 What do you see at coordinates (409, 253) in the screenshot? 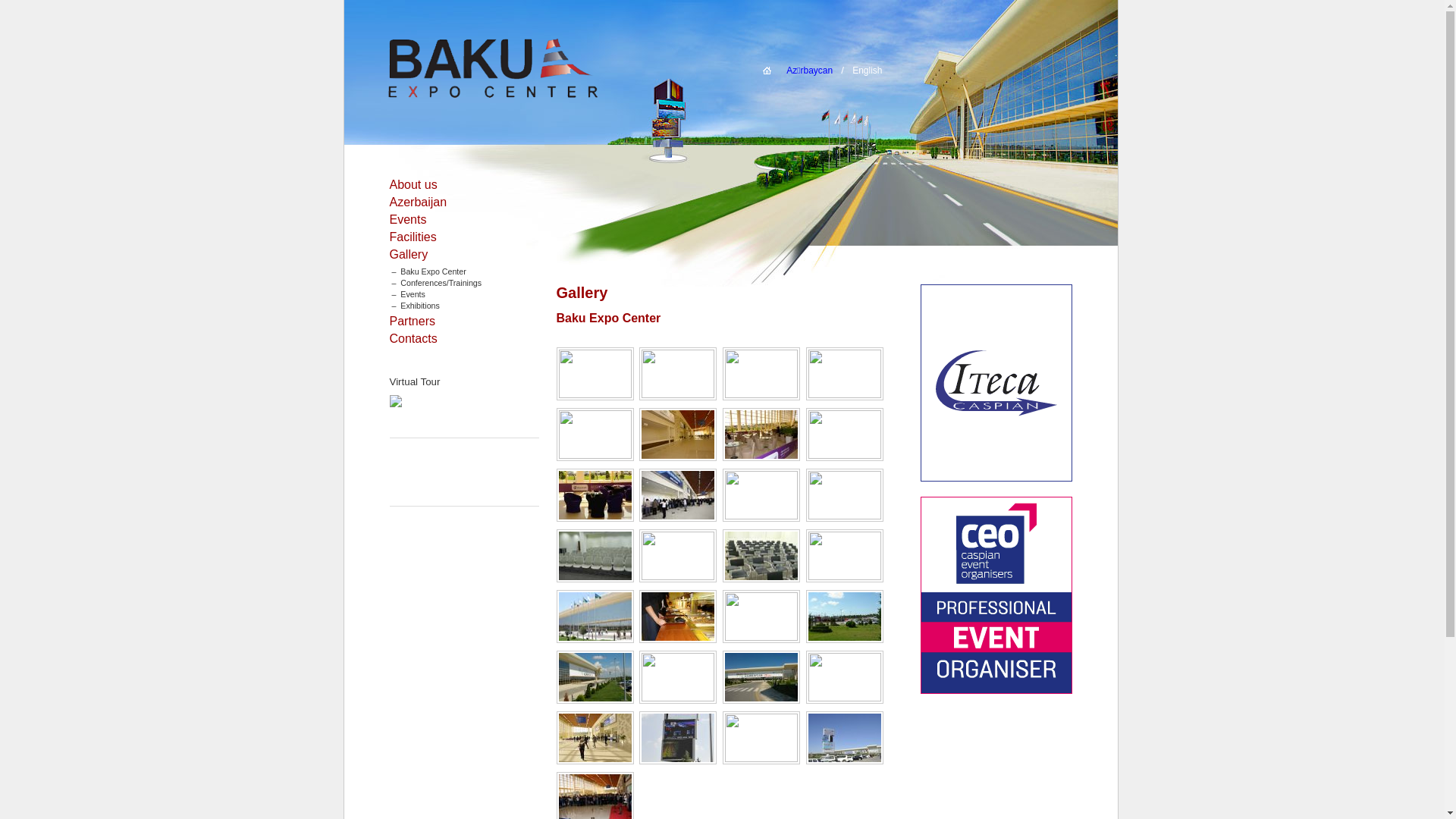
I see `'Gallery'` at bounding box center [409, 253].